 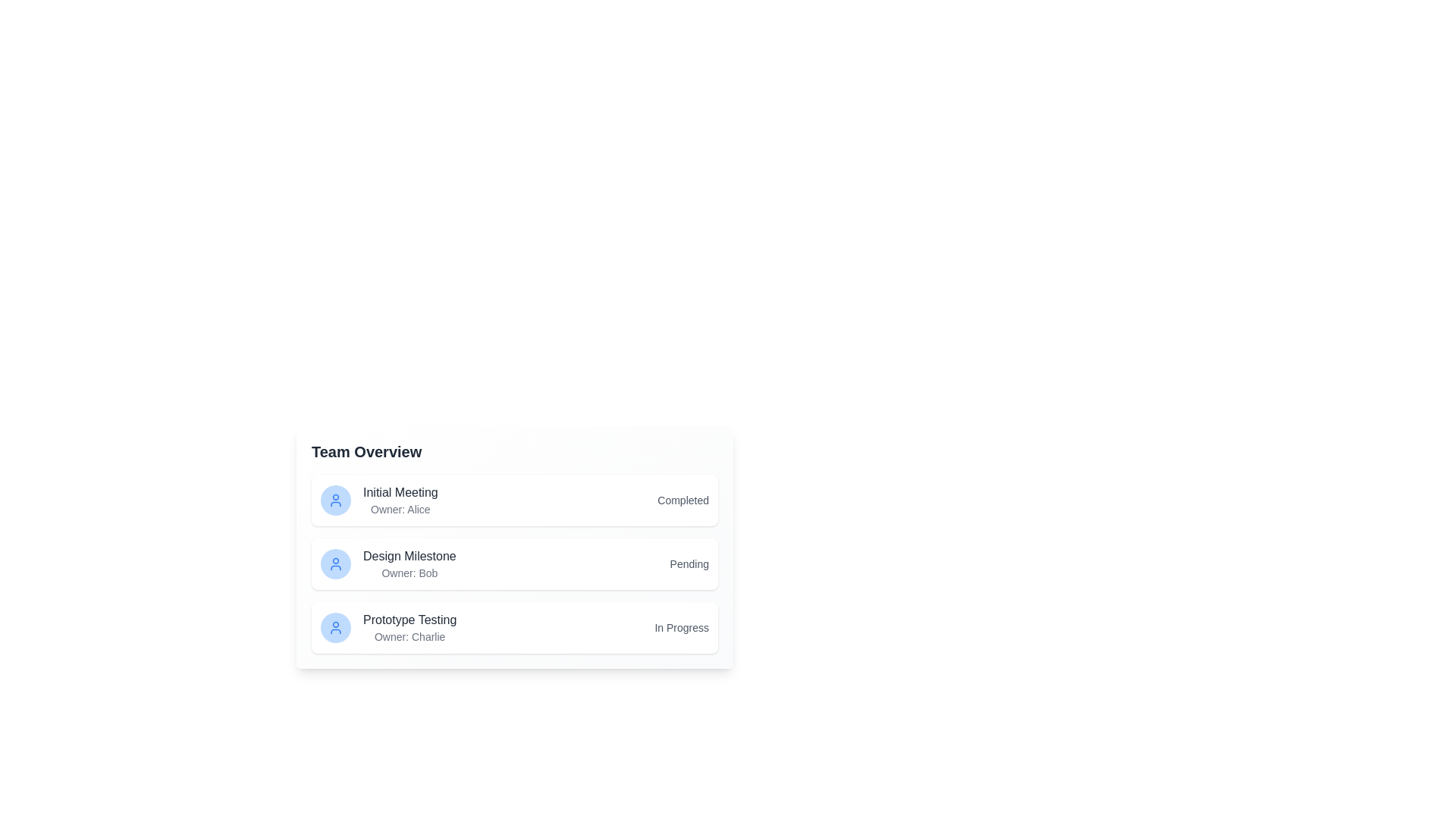 I want to click on the text block titled 'Prototype Testing' with the subtitle 'Owner: Charlie', so click(x=388, y=628).